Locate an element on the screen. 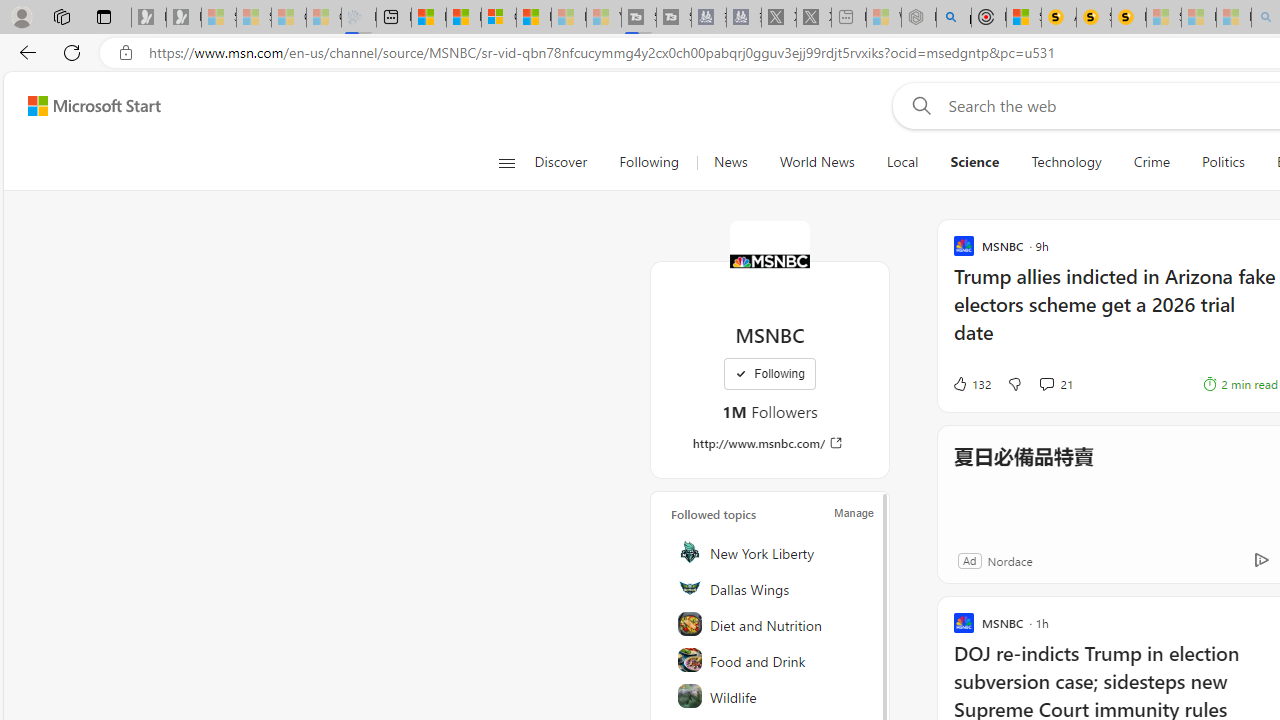  'Crime' is located at coordinates (1152, 162).